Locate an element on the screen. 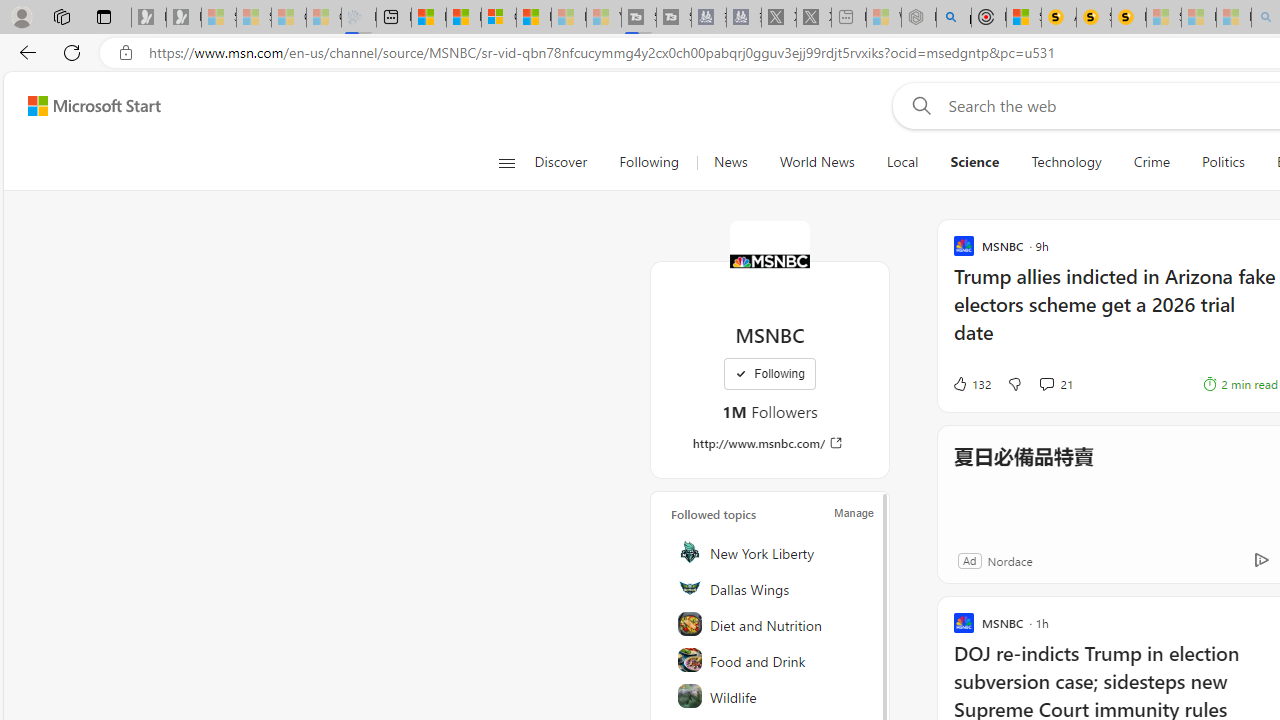  'Crime' is located at coordinates (1152, 162).